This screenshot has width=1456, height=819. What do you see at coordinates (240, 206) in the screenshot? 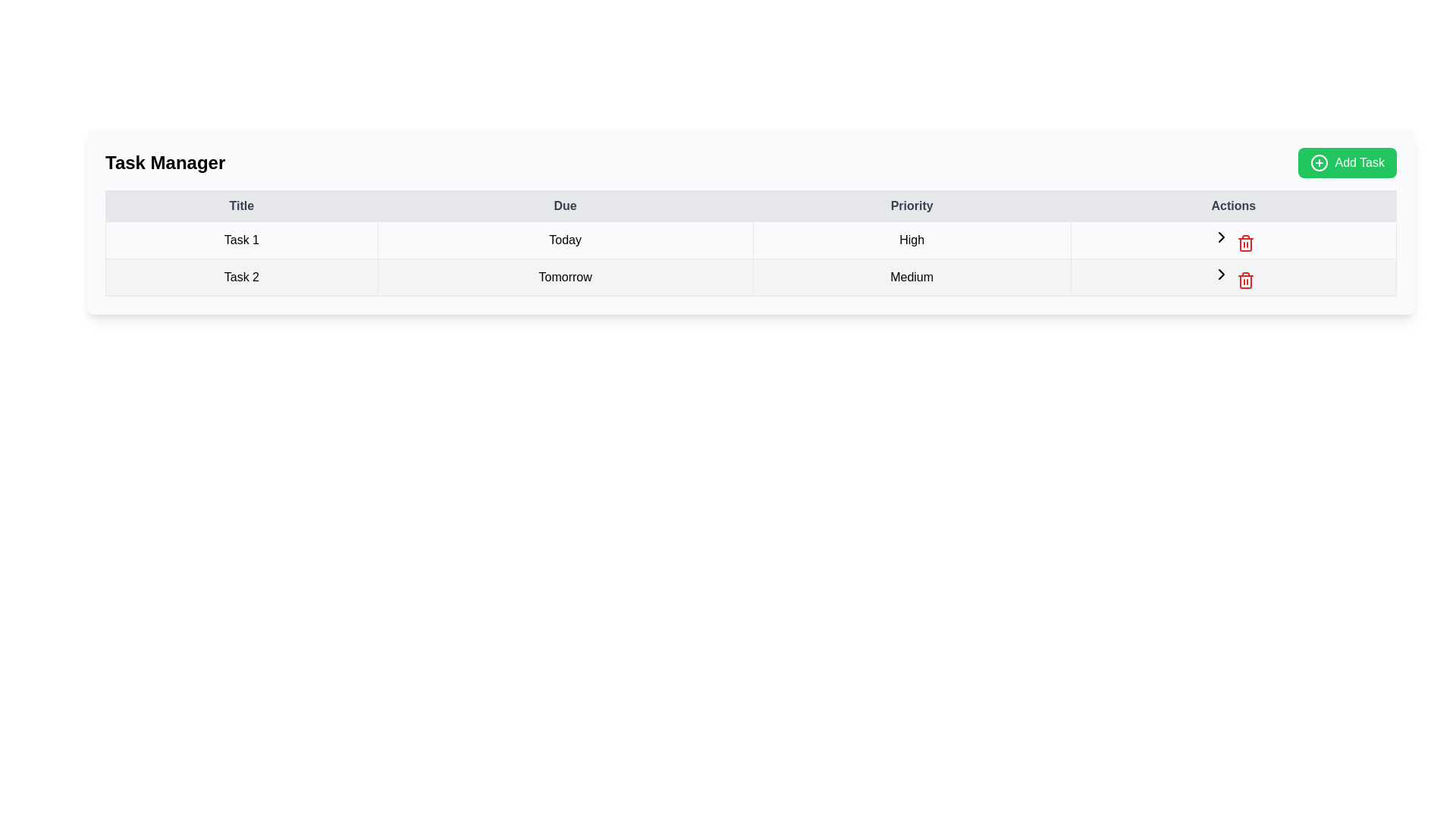
I see `the header text labeled 'Title' which is the first column in the table header row, styled in bold typography and lightly bordered` at bounding box center [240, 206].